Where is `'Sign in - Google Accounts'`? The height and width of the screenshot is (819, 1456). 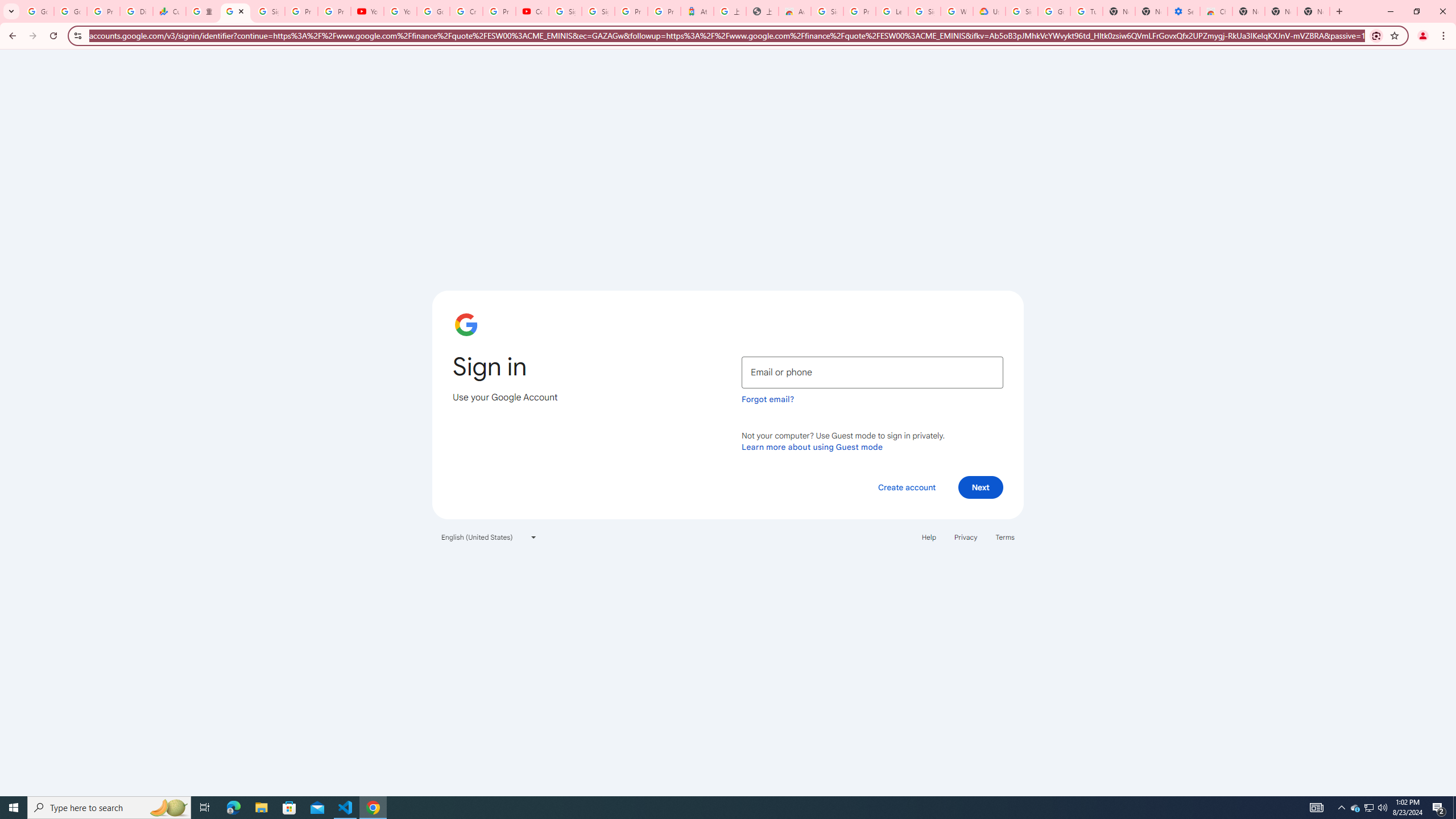 'Sign in - Google Accounts' is located at coordinates (564, 11).